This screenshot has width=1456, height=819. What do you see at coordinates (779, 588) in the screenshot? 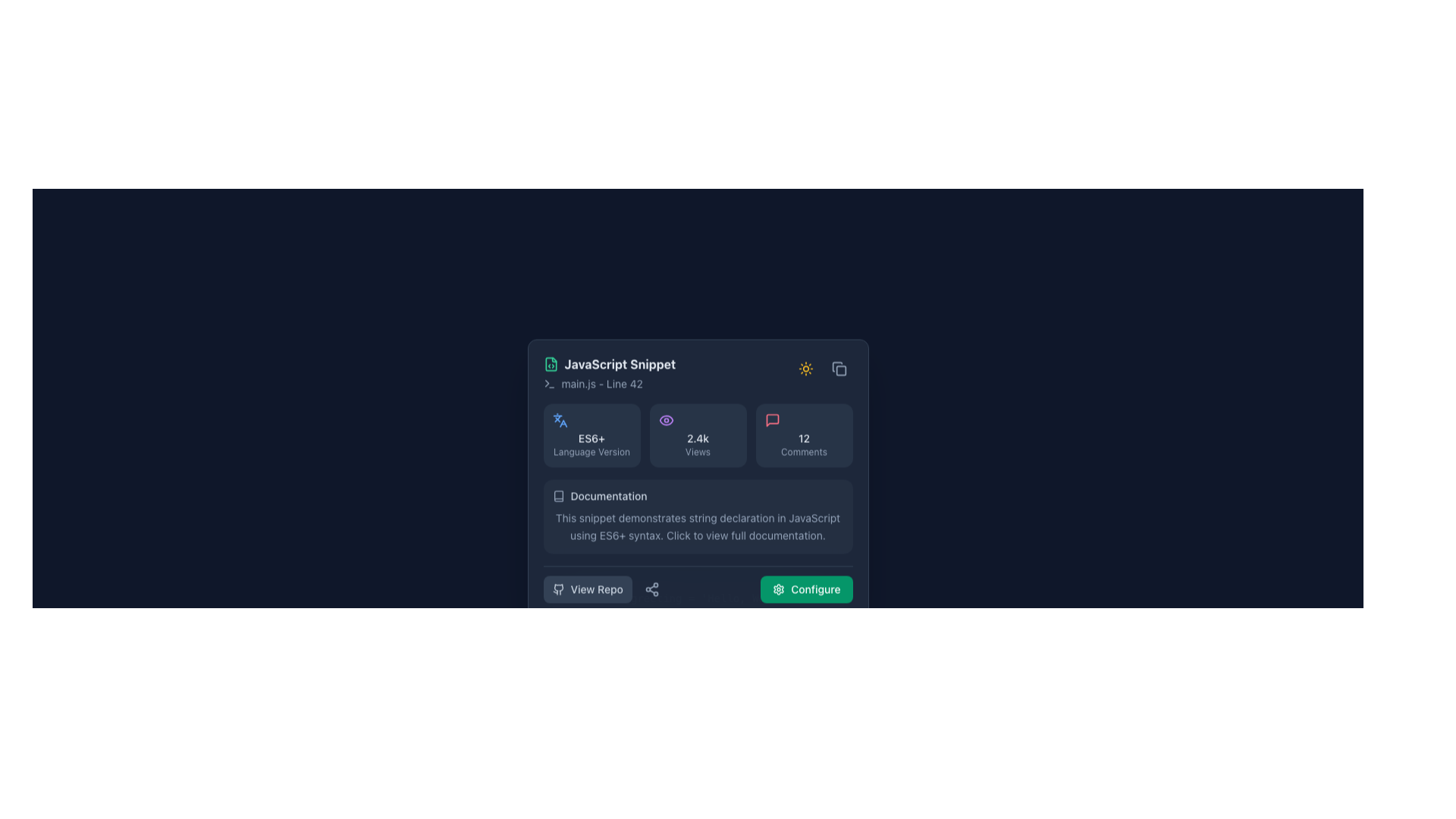
I see `the gear icon, which signifies settings` at bounding box center [779, 588].